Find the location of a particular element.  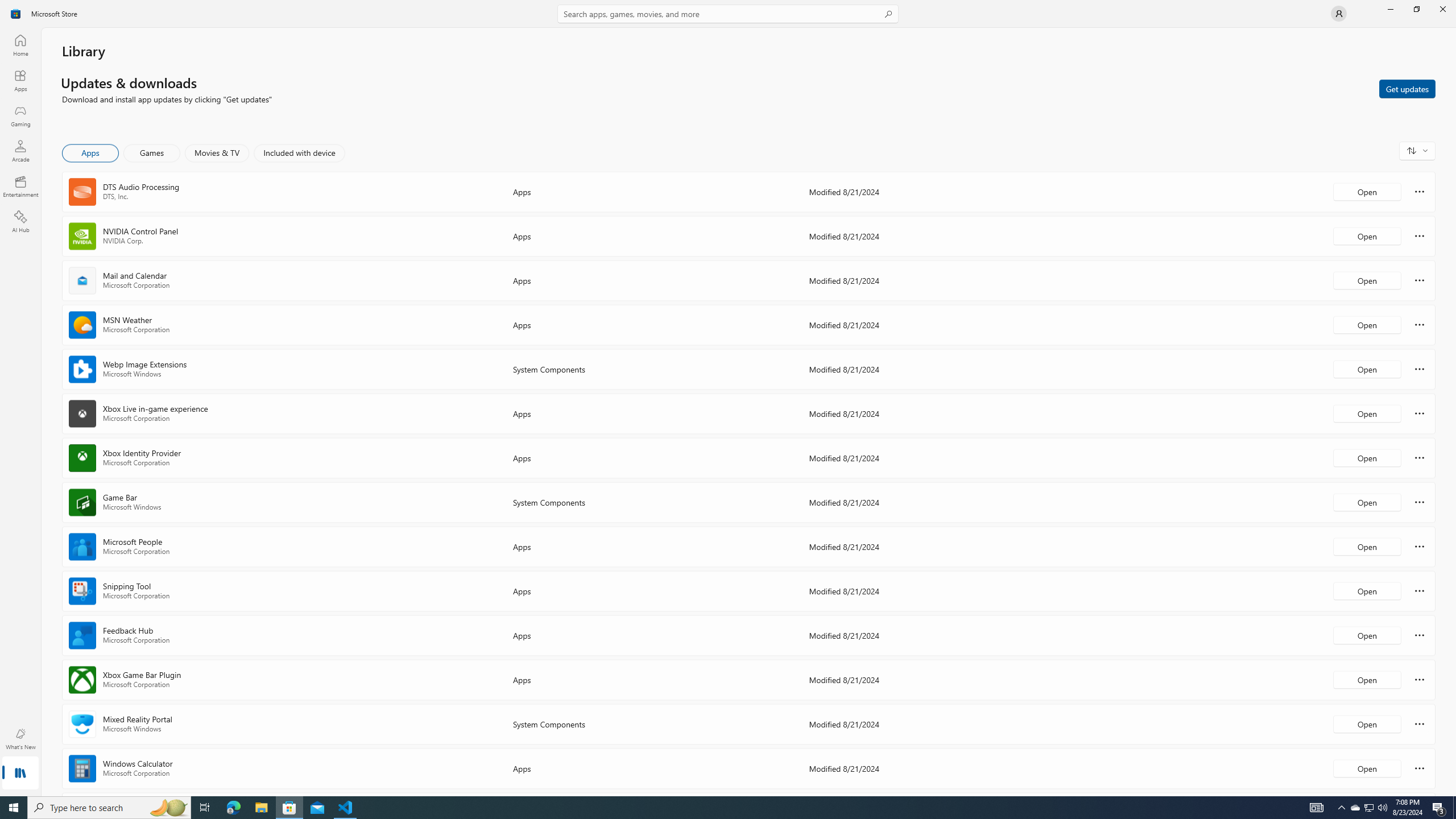

'Movies & TV' is located at coordinates (216, 152).